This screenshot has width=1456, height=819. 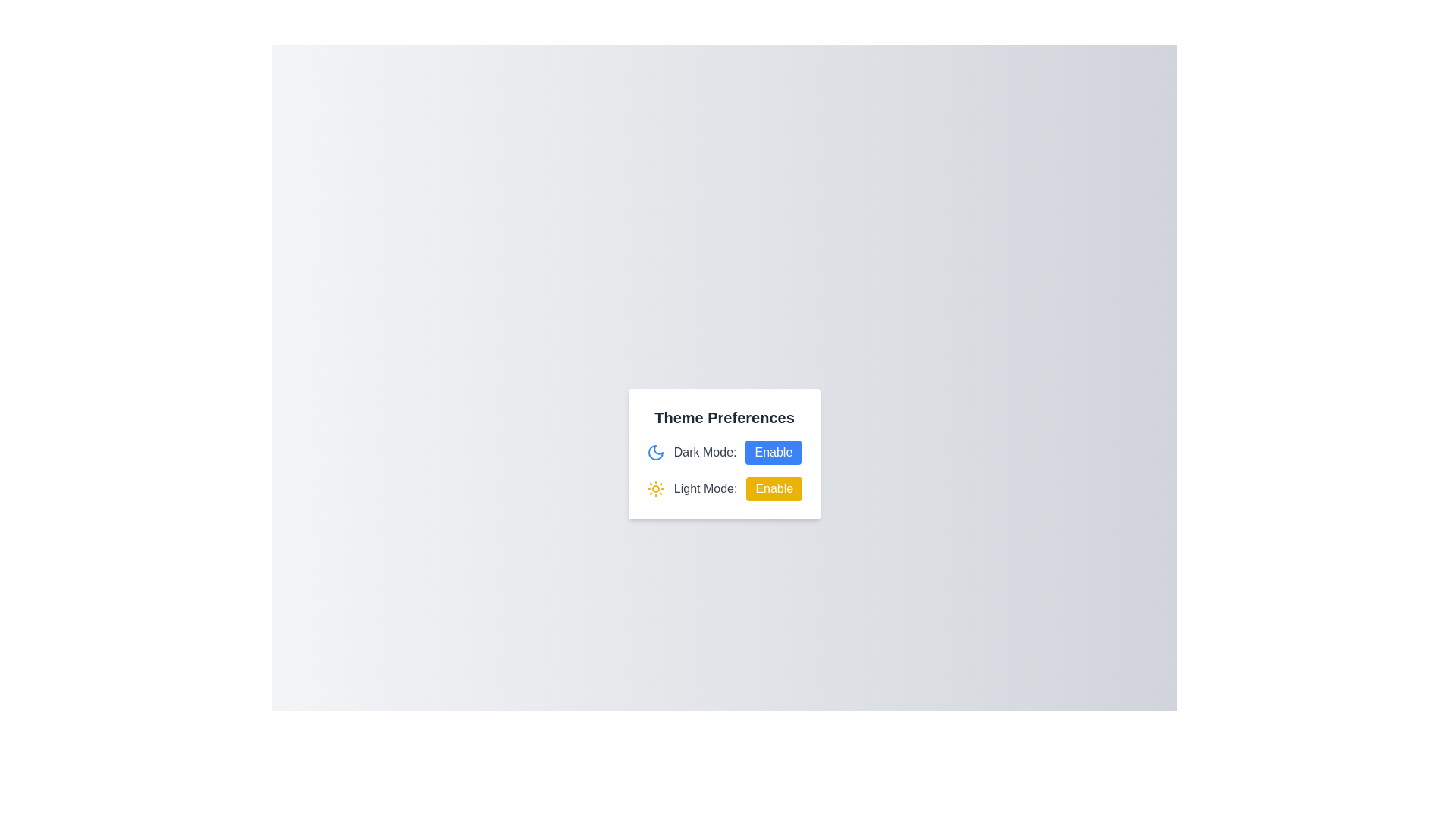 What do you see at coordinates (655, 452) in the screenshot?
I see `the blue crescent moon icon representing the 'Dark Mode' option in the 'Theme Preferences' section, located to the left of the 'Dark Mode:' text and above the 'Enable' button` at bounding box center [655, 452].